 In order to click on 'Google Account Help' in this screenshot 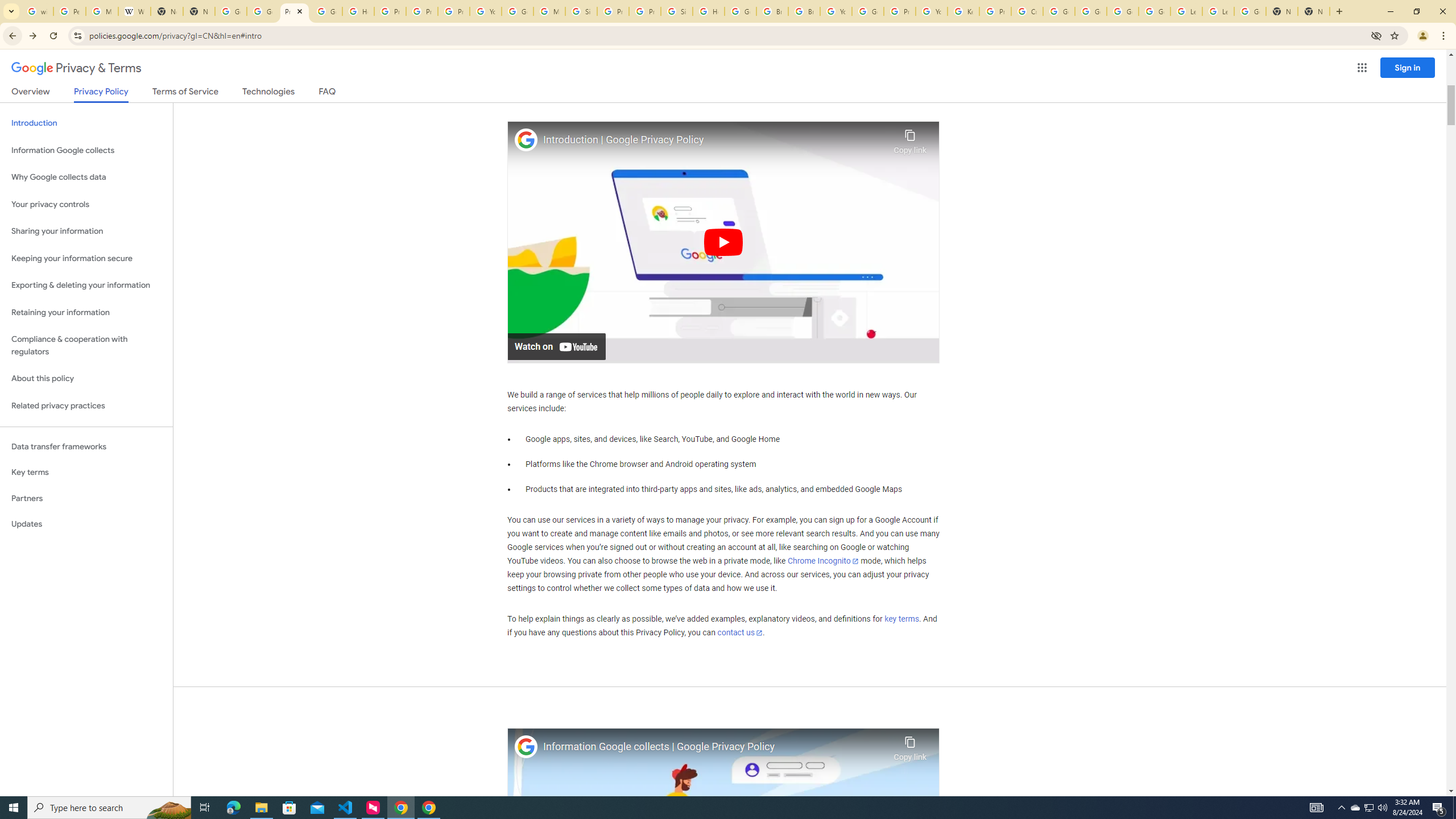, I will do `click(1090, 11)`.